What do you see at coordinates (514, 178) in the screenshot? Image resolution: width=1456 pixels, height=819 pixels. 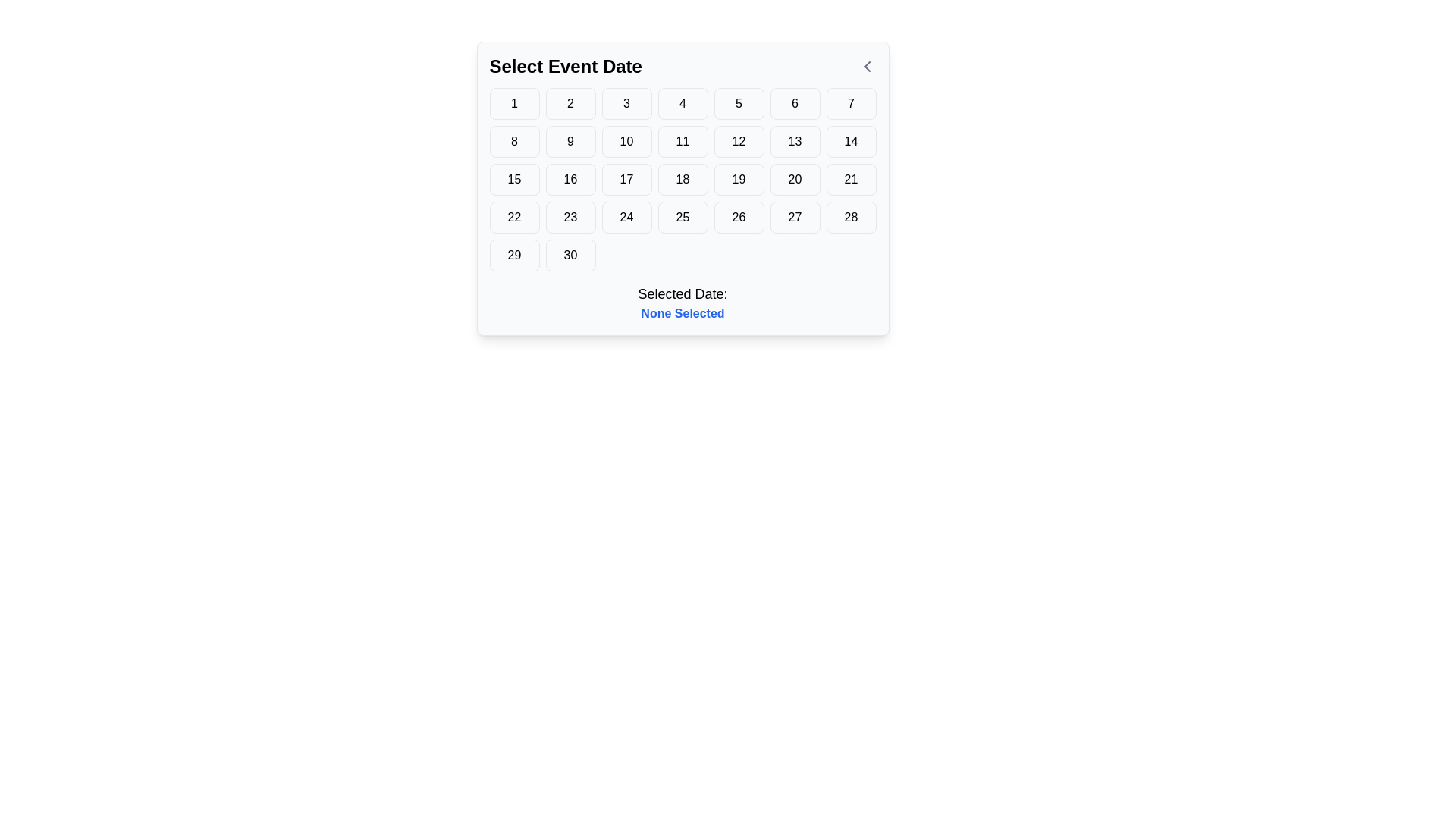 I see `the date selection button located in the 3rd row and 1st column of the calendar grid in the 'Select Event Date' modal` at bounding box center [514, 178].